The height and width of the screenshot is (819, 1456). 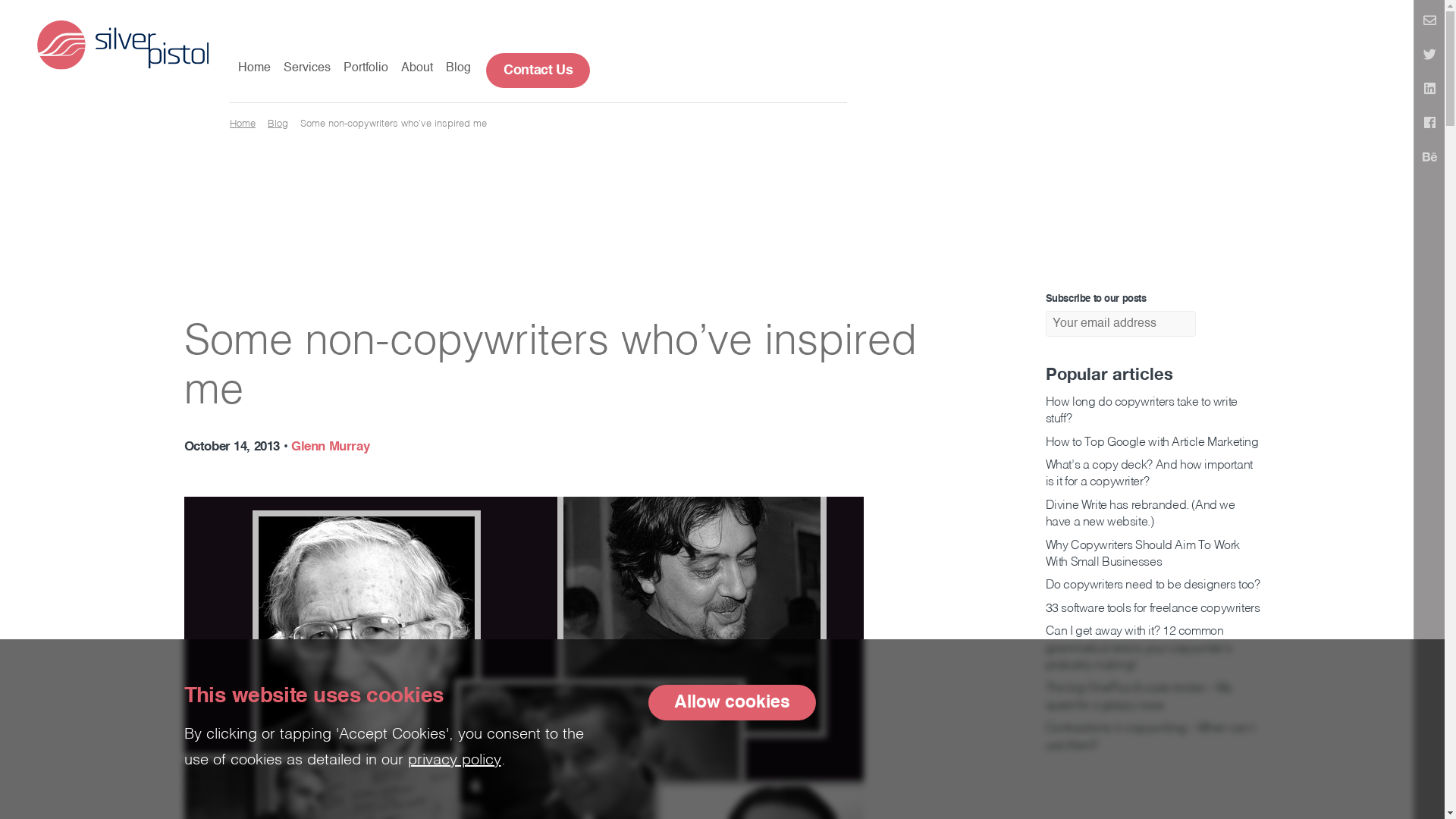 I want to click on 'Allow cookies', so click(x=731, y=702).